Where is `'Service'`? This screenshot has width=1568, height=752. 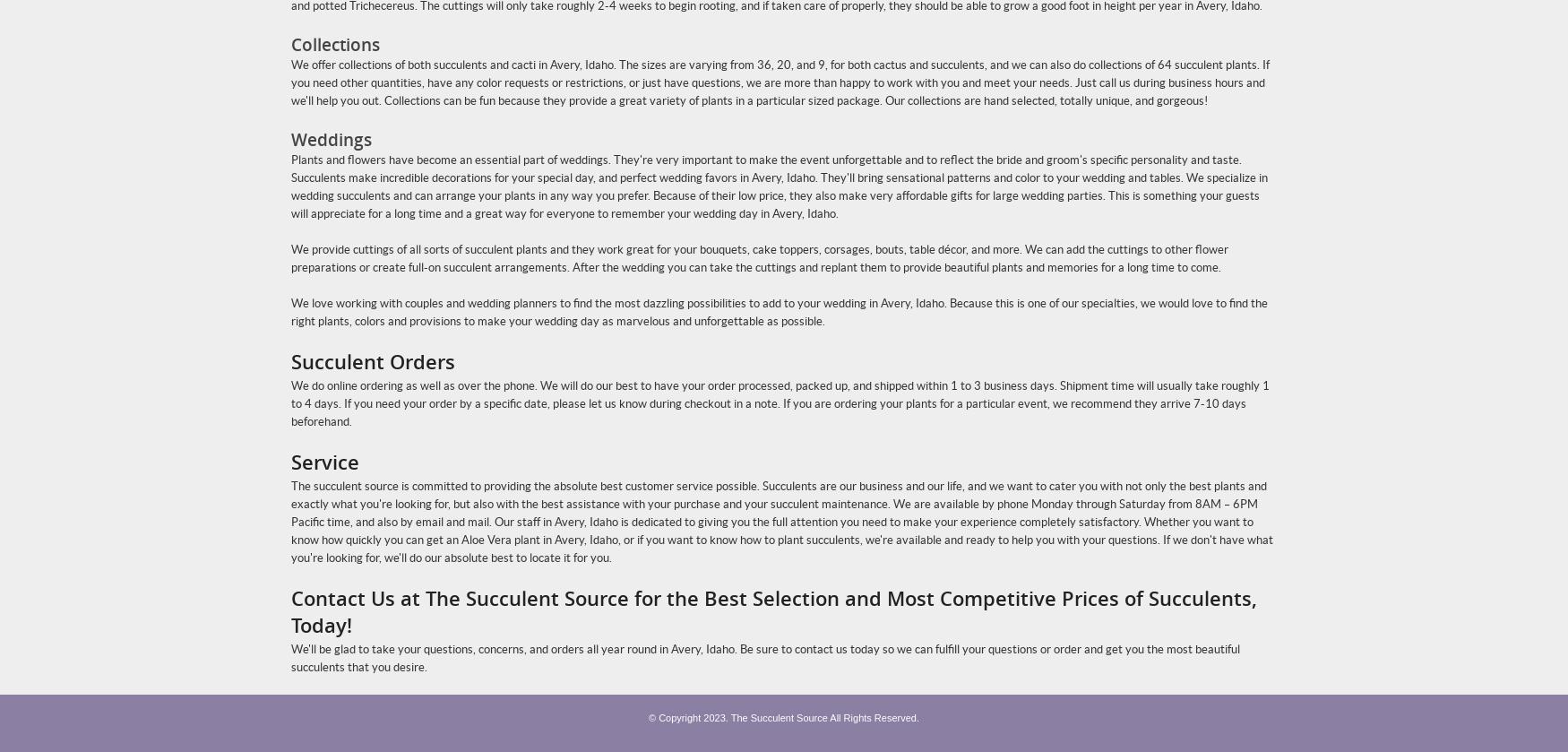 'Service' is located at coordinates (290, 461).